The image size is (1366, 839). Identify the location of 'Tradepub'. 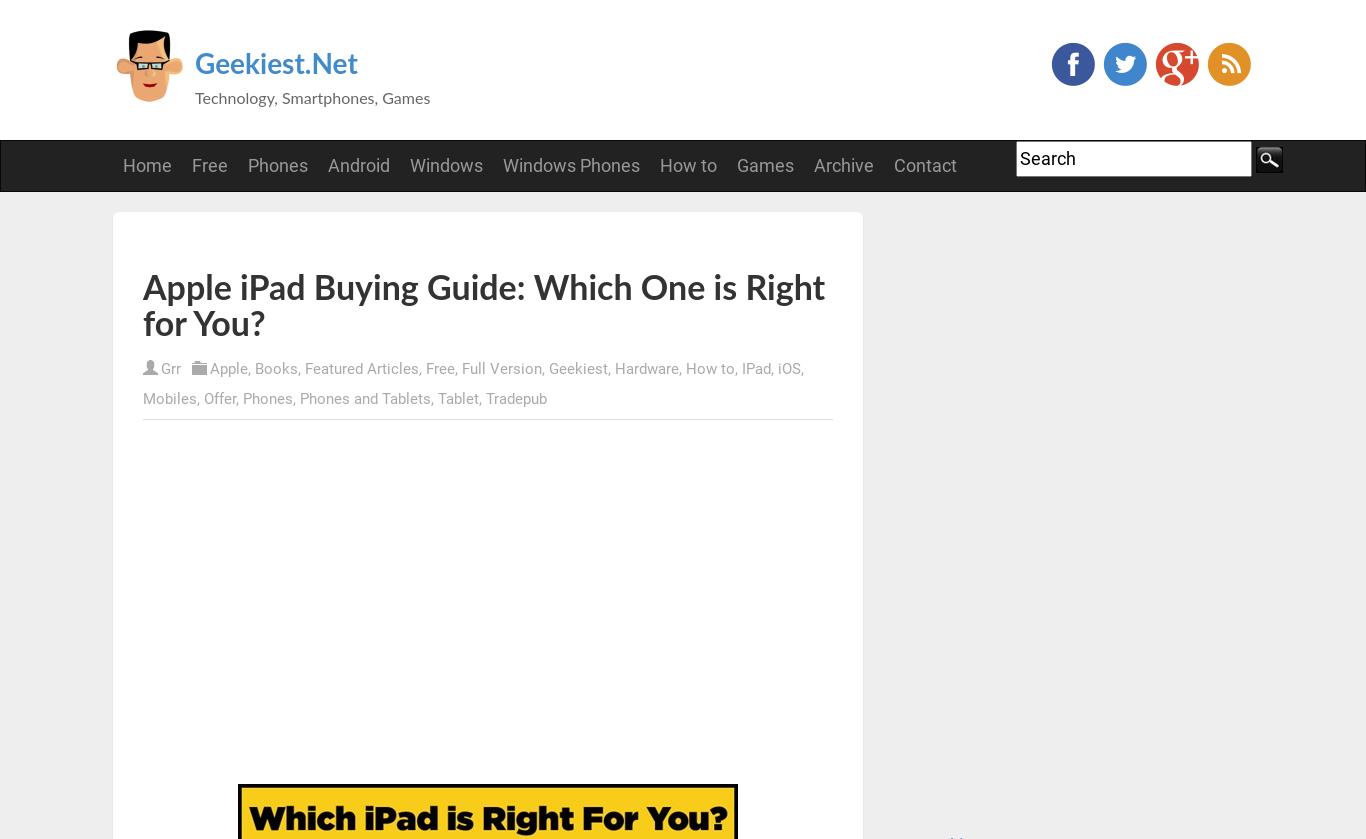
(516, 399).